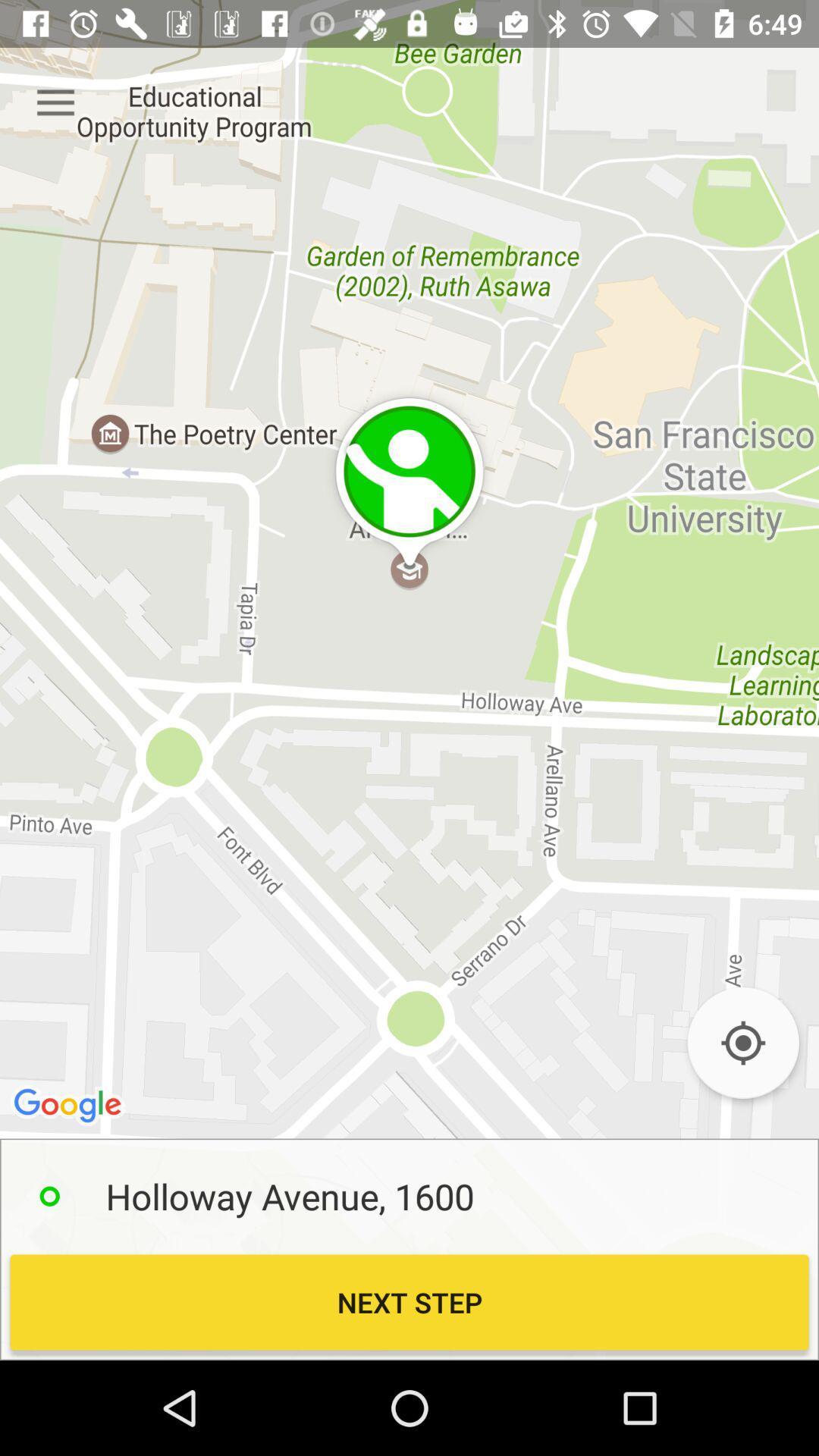  Describe the element at coordinates (742, 1042) in the screenshot. I see `zoom in to your location` at that location.